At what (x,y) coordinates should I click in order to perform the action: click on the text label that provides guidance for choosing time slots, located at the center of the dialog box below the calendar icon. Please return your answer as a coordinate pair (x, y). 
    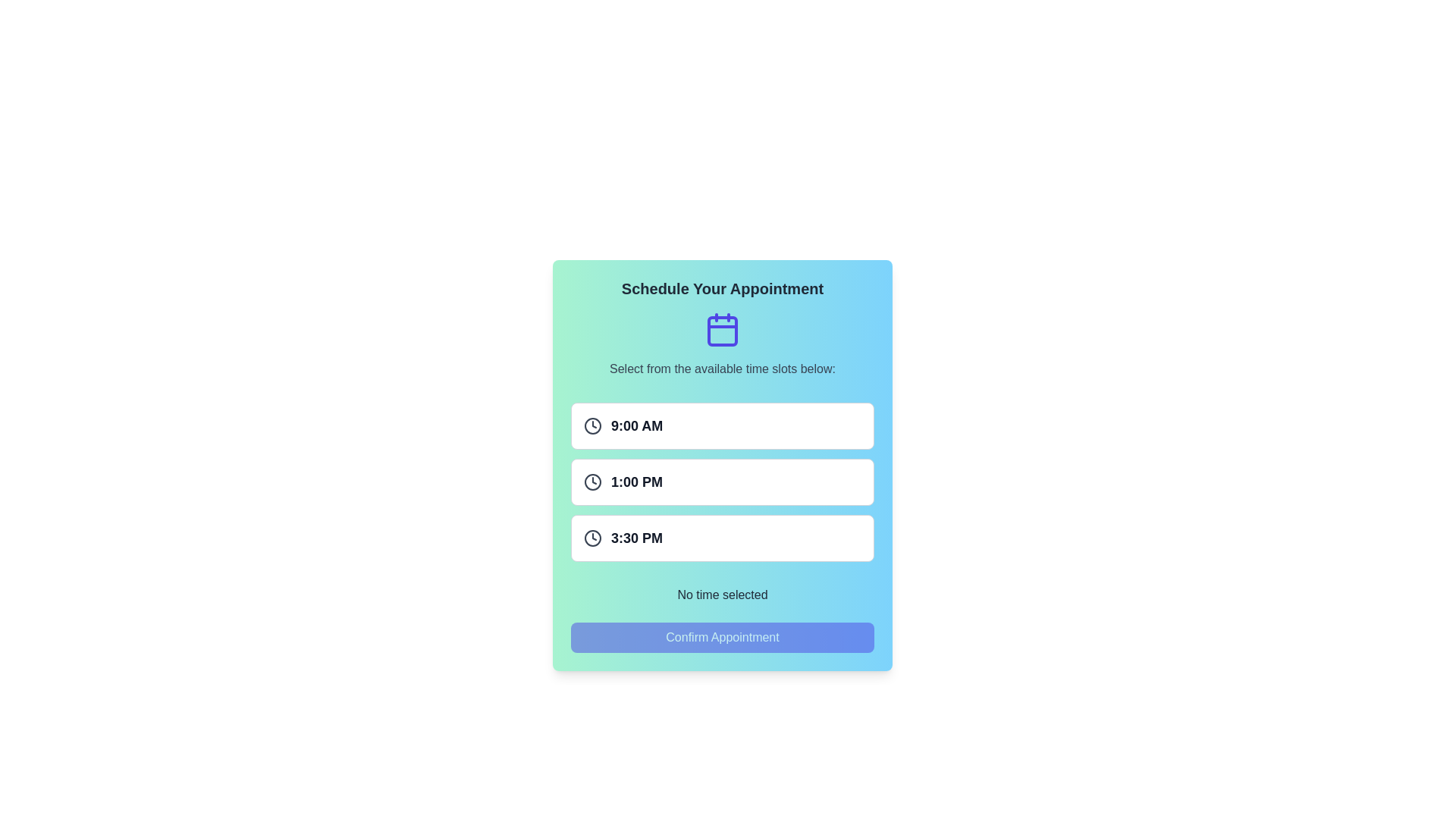
    Looking at the image, I should click on (722, 369).